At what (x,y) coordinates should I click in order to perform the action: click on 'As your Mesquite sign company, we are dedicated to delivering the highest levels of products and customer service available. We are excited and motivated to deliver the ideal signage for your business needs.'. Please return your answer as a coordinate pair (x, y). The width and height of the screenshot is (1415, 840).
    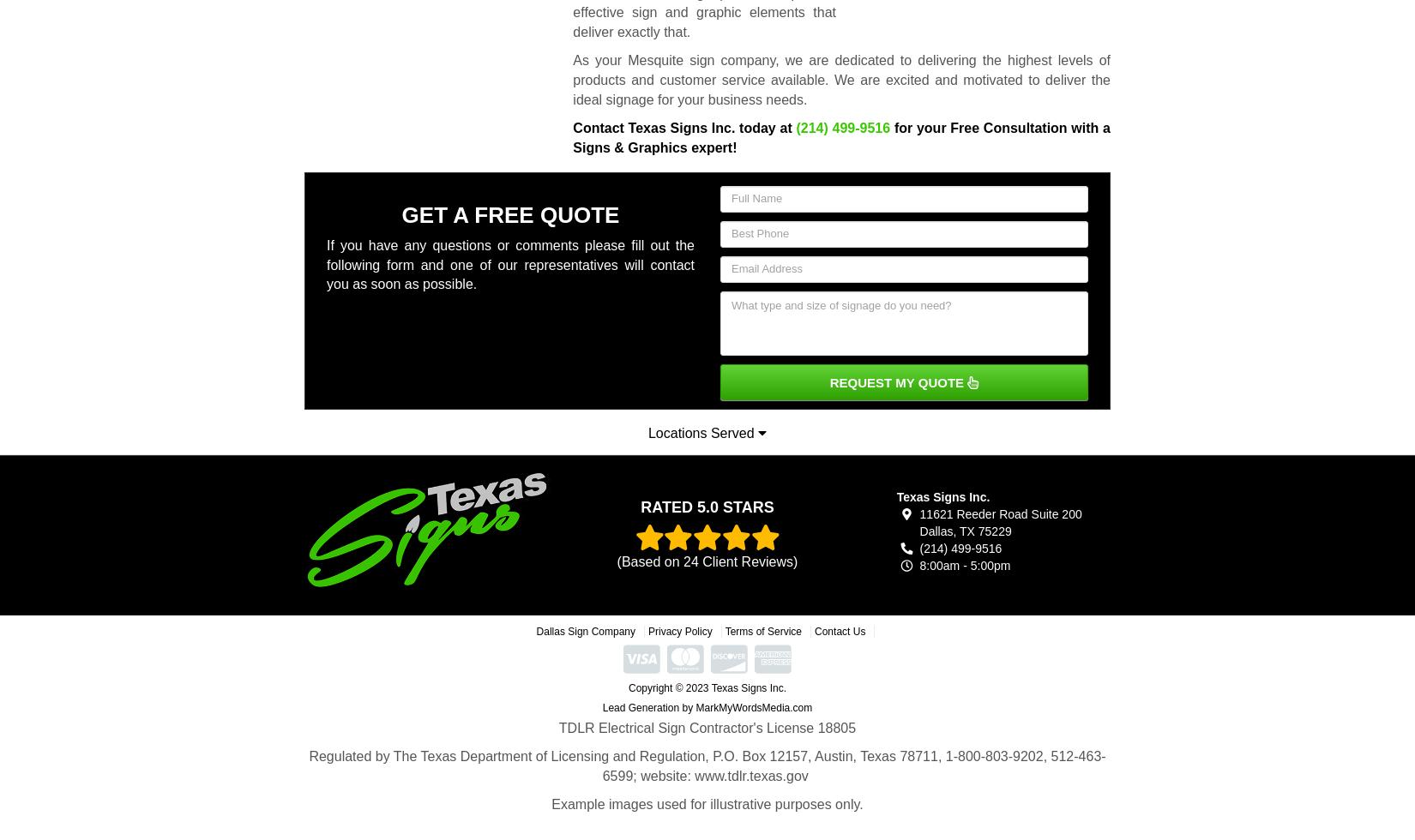
    Looking at the image, I should click on (840, 80).